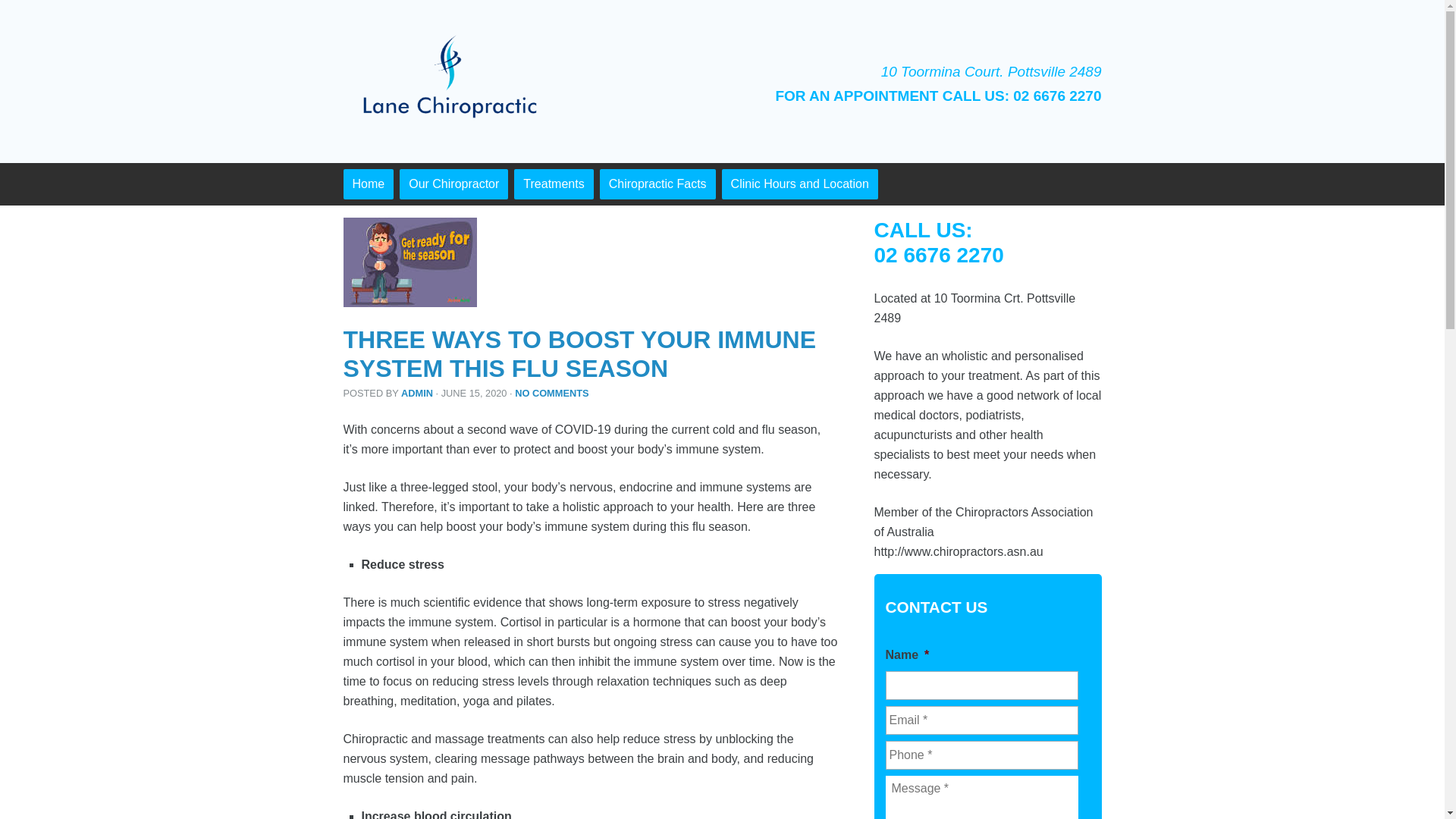  What do you see at coordinates (368, 184) in the screenshot?
I see `'Home'` at bounding box center [368, 184].